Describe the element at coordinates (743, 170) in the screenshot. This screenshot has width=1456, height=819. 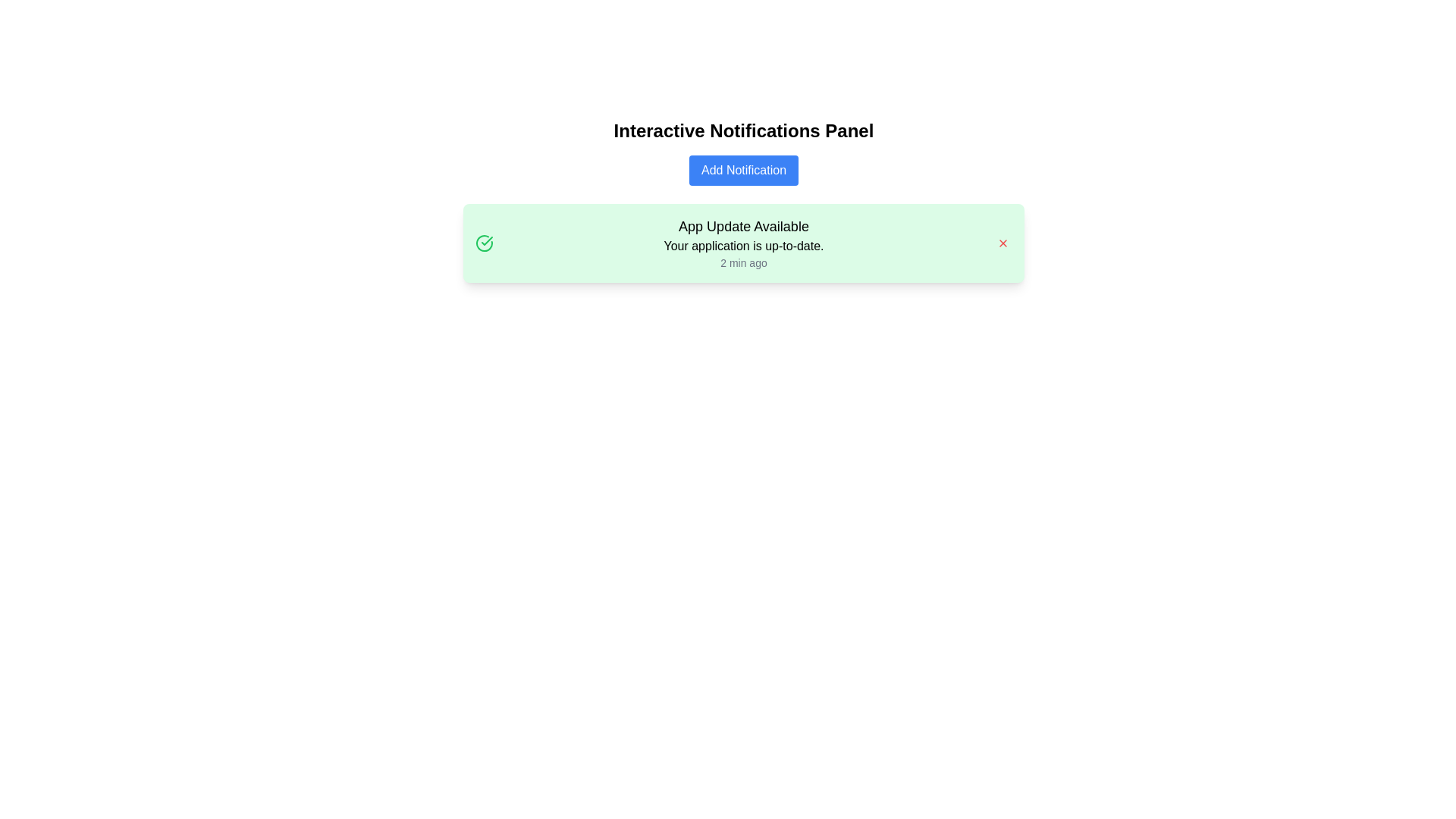
I see `the button that allows users to add a notification, which is located just below the 'Interactive Notifications Panel' heading` at that location.